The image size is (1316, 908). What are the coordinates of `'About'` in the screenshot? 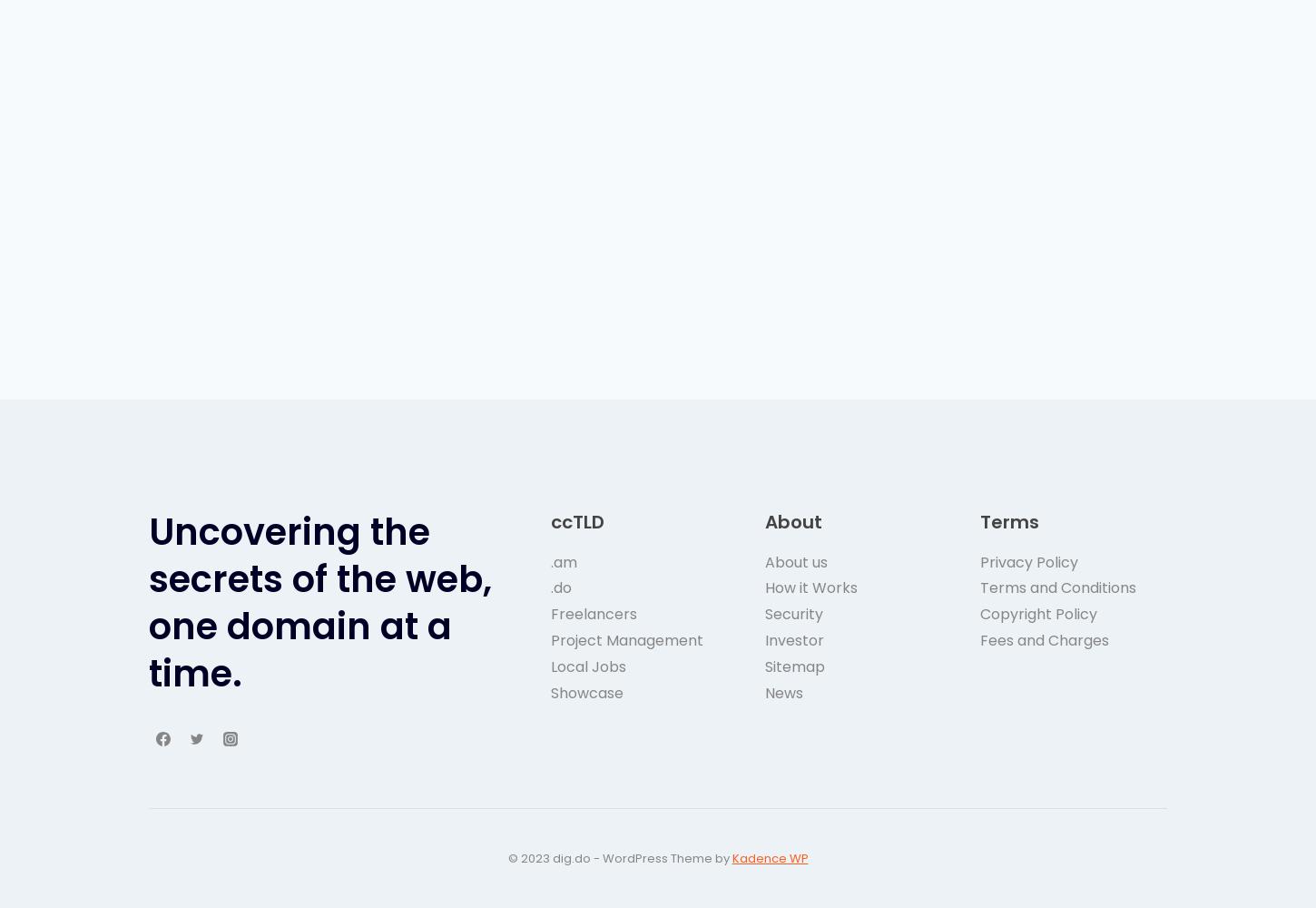 It's located at (792, 520).